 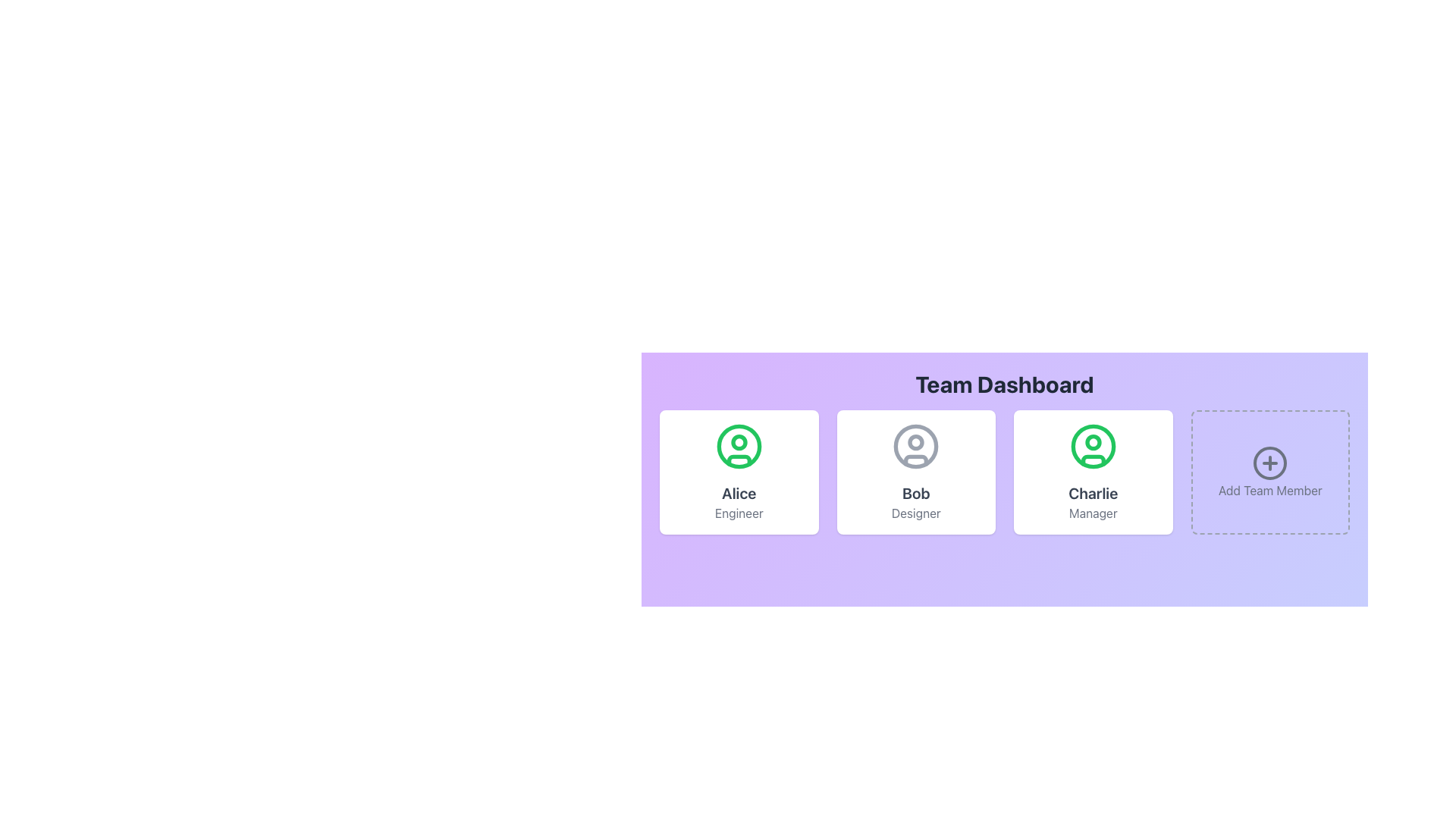 What do you see at coordinates (1270, 462) in the screenshot?
I see `the 'Add Team Member' button located at the rightmost side of the team profiles row in the 'Team Dashboard'` at bounding box center [1270, 462].